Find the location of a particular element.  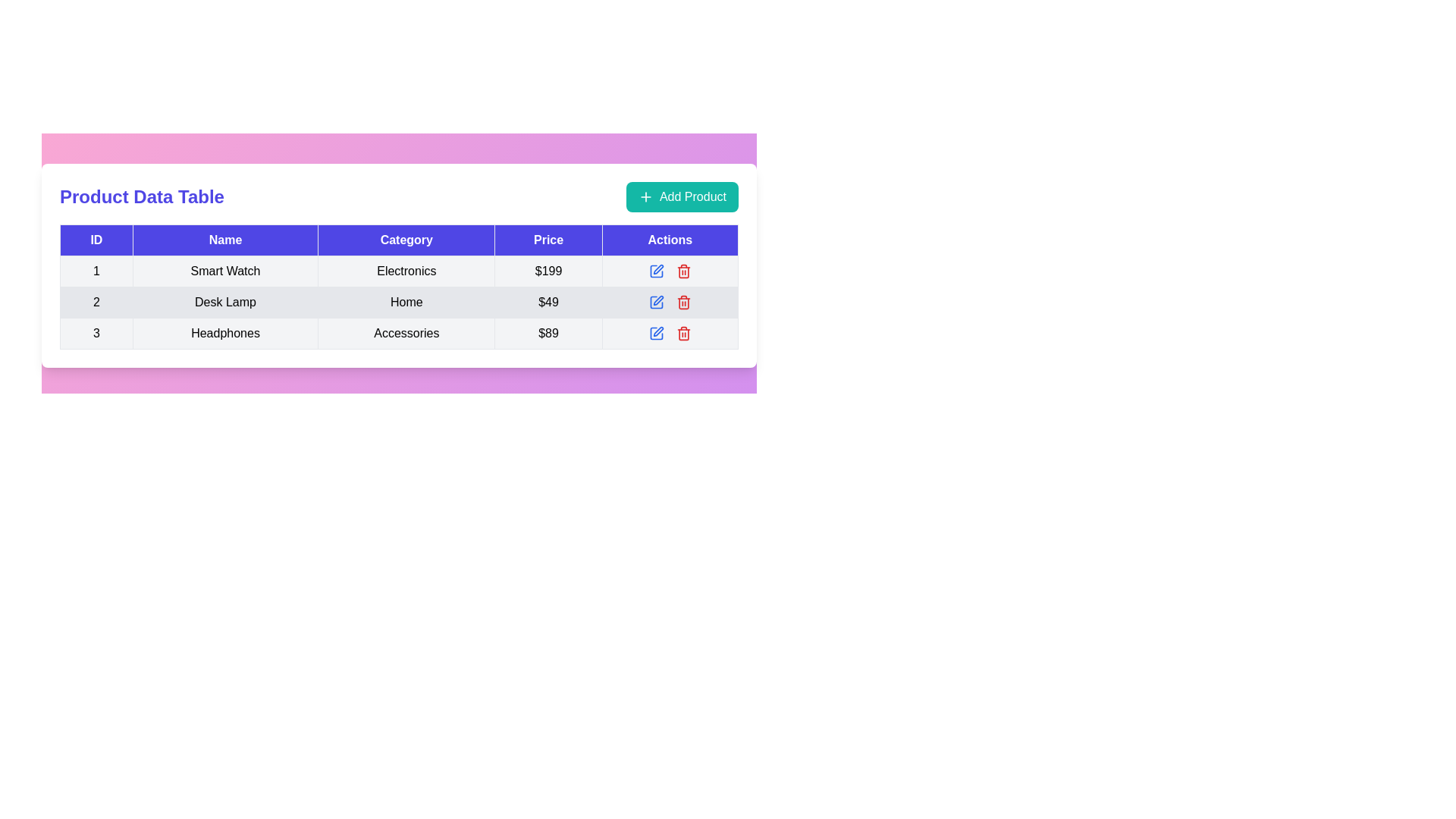

details of the Action control area located in the 'Actions' column of the second row of the Product Data Table, positioned between the 'Edit' and 'Delete' icons is located at coordinates (669, 302).